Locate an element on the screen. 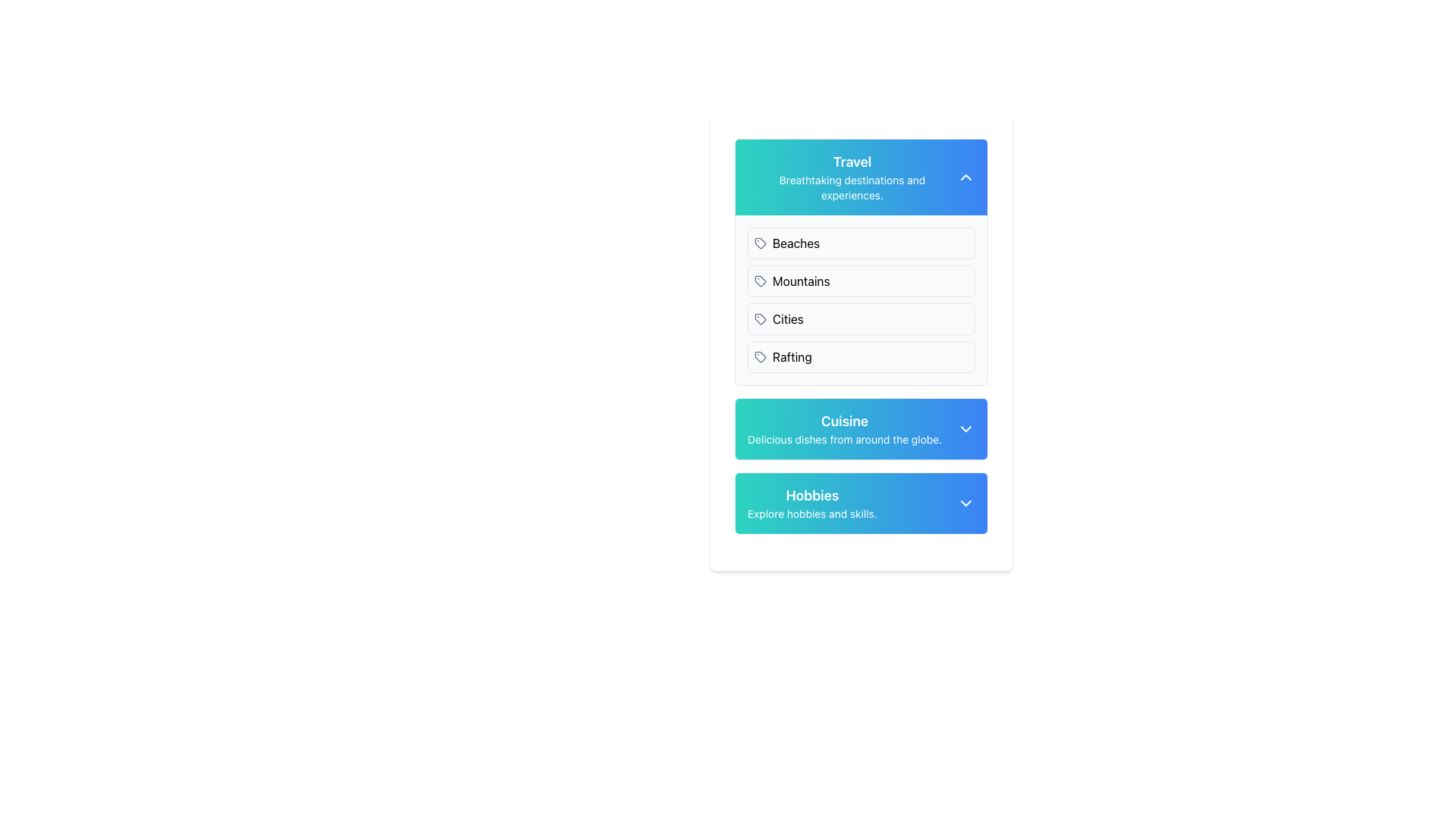  to interact with the Title and description header element of the 'Cuisine' section, located between 'Travel' and 'Hobbies' is located at coordinates (843, 429).